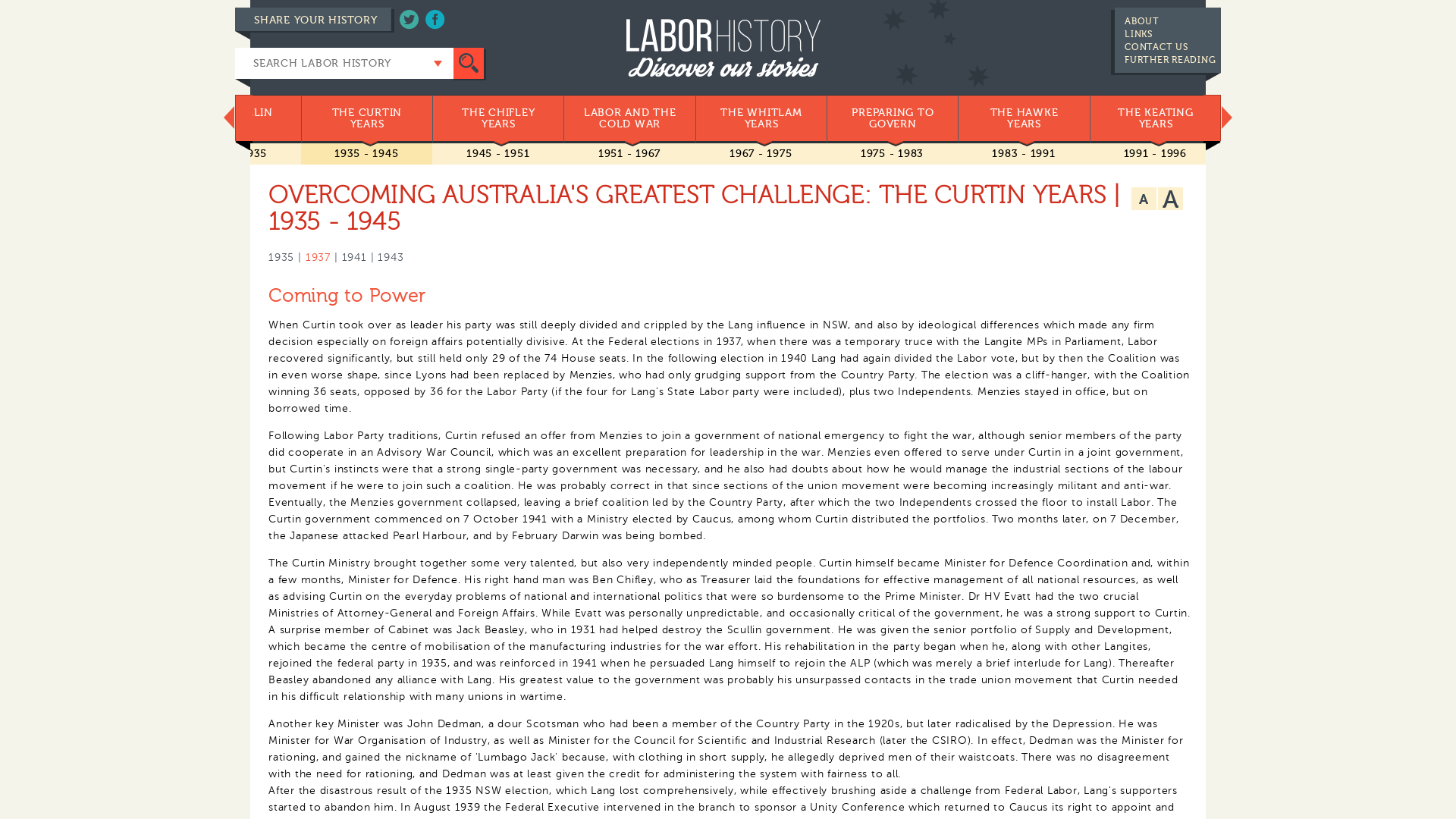 The height and width of the screenshot is (819, 1456). Describe the element at coordinates (234, 118) in the screenshot. I see `'THE SCULLIN YEARS'` at that location.